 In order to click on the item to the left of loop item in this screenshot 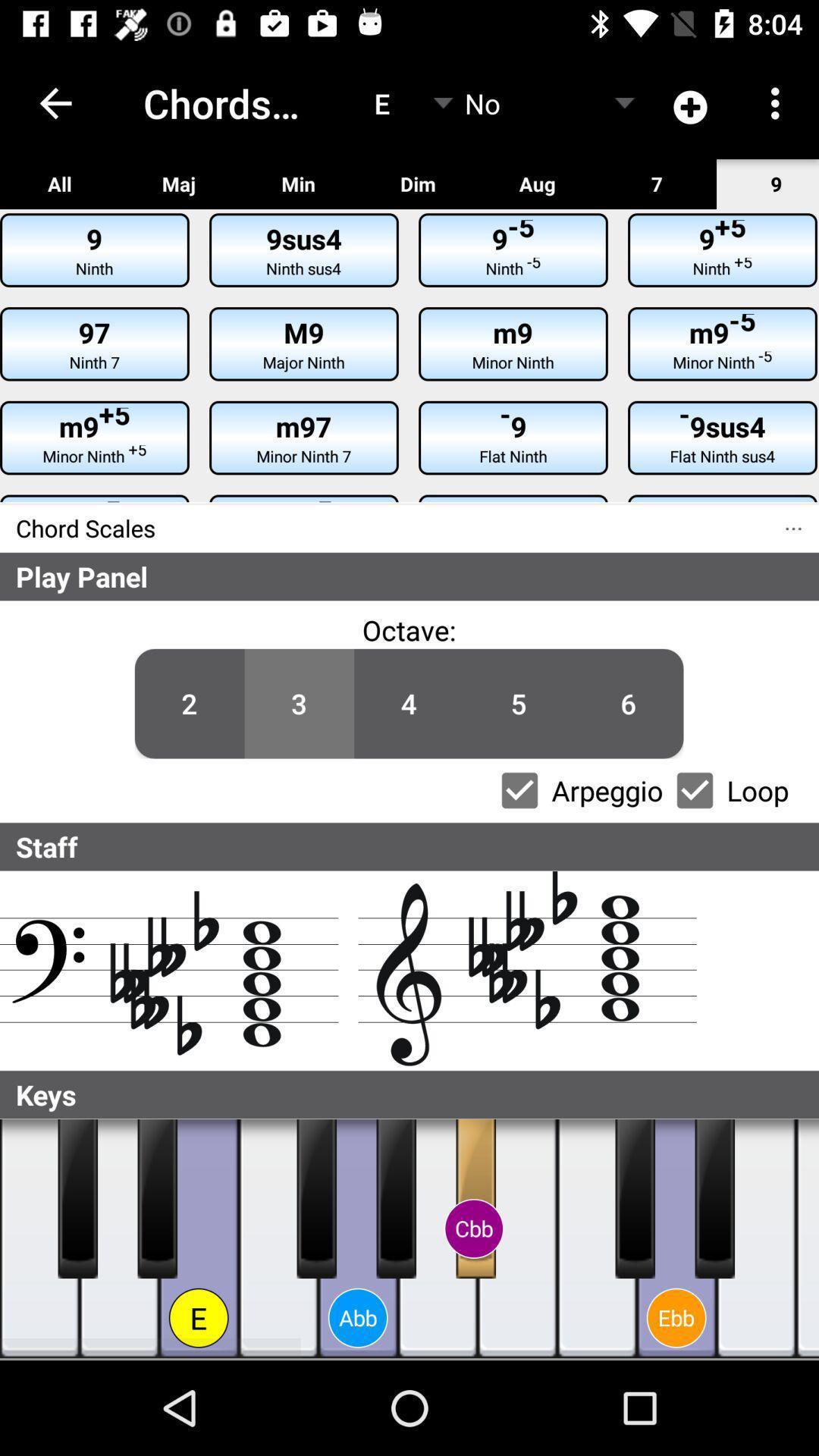, I will do `click(629, 703)`.